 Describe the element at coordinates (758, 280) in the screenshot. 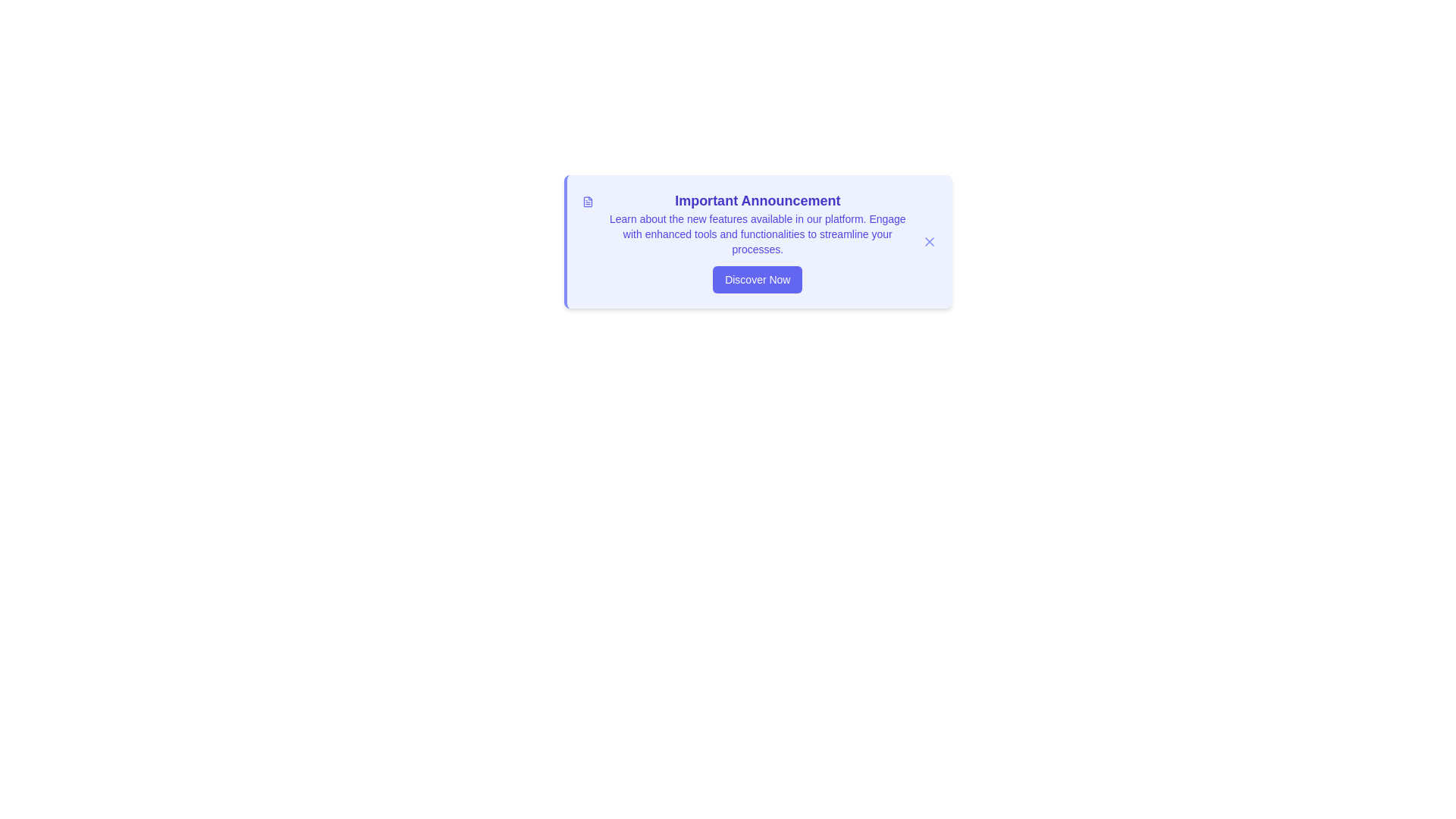

I see `'Discover Now' button` at that location.